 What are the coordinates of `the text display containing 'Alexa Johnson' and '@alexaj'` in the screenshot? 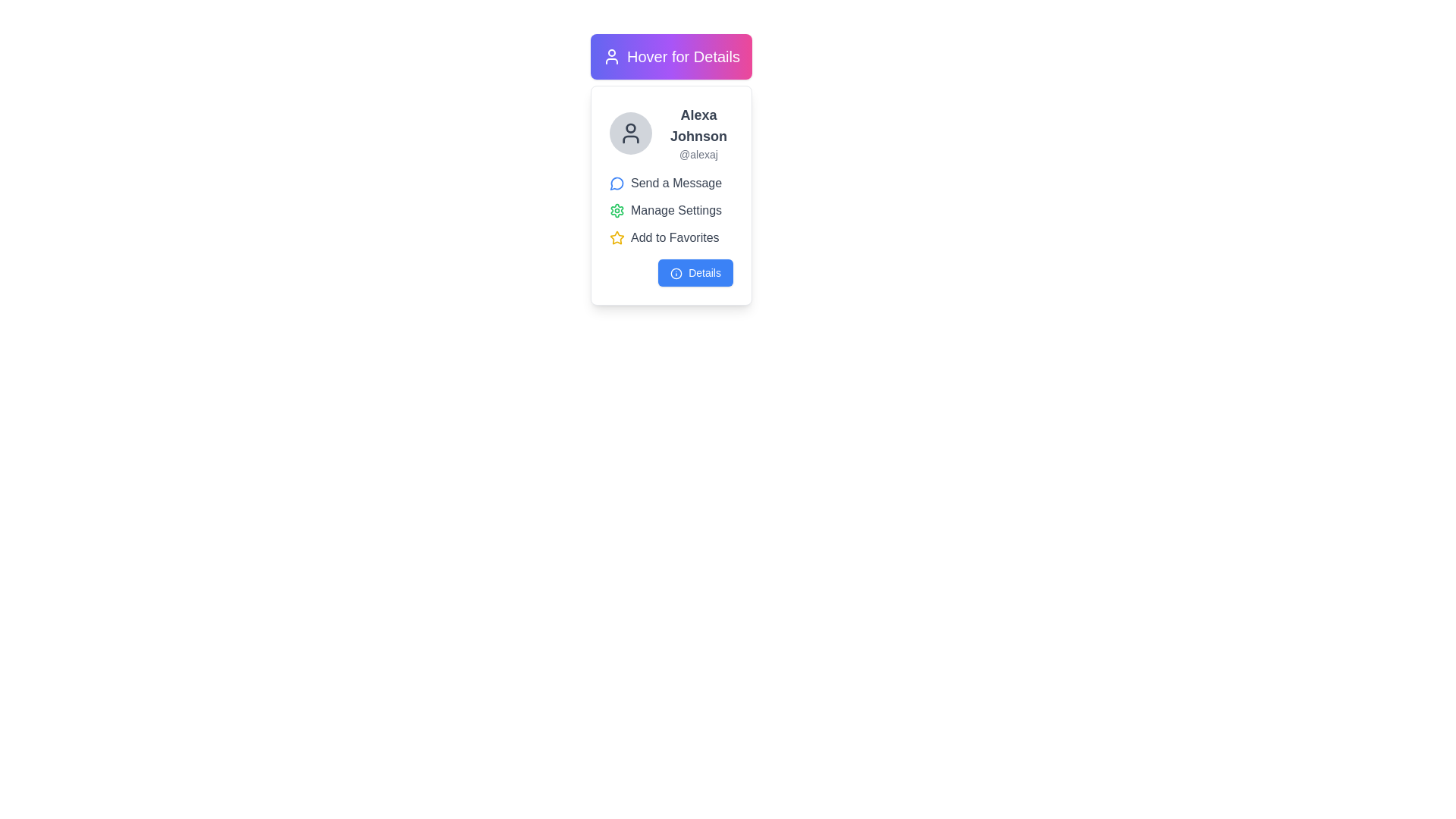 It's located at (698, 133).